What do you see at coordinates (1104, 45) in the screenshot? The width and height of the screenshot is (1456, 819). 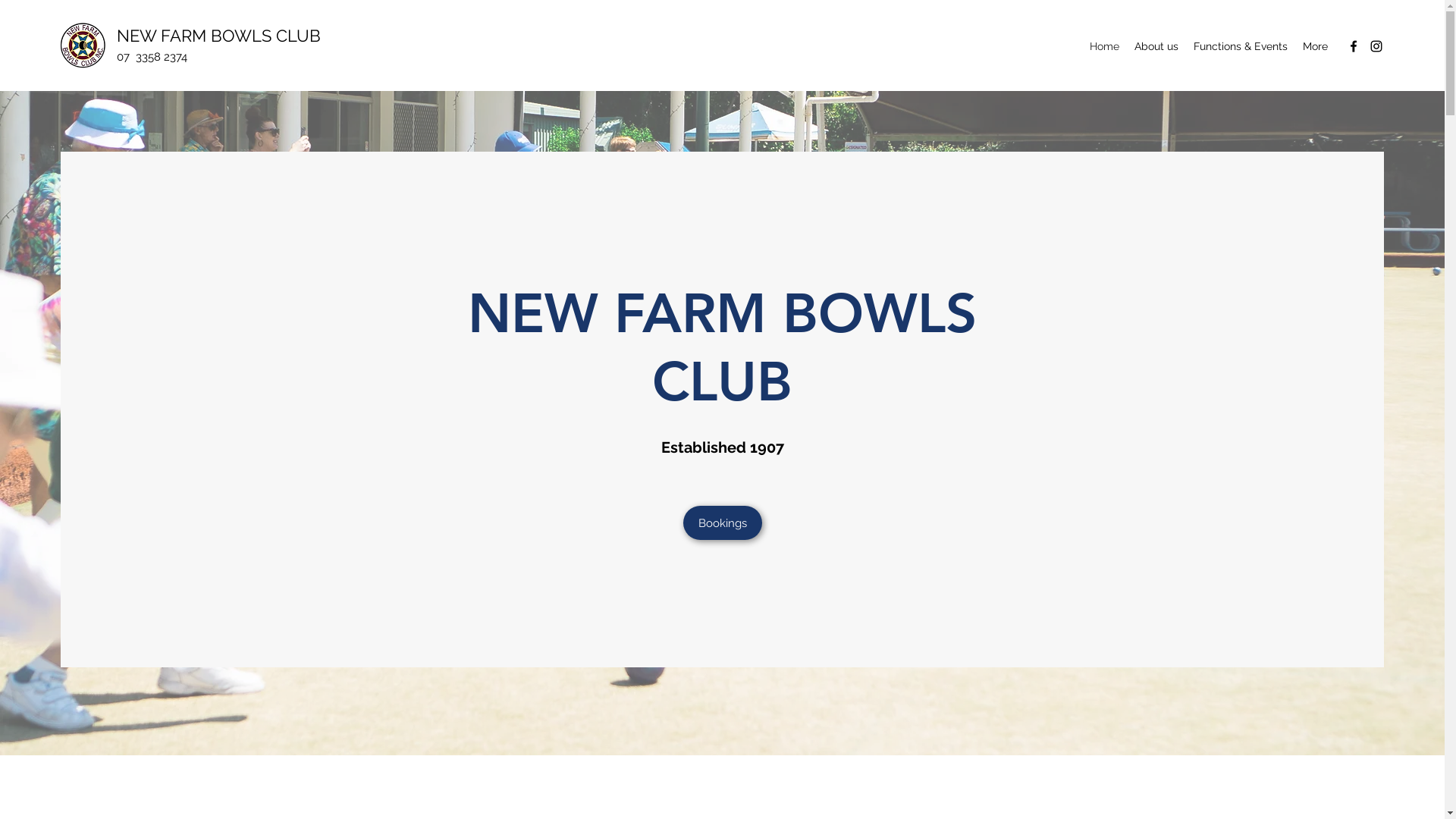 I see `'Home'` at bounding box center [1104, 45].